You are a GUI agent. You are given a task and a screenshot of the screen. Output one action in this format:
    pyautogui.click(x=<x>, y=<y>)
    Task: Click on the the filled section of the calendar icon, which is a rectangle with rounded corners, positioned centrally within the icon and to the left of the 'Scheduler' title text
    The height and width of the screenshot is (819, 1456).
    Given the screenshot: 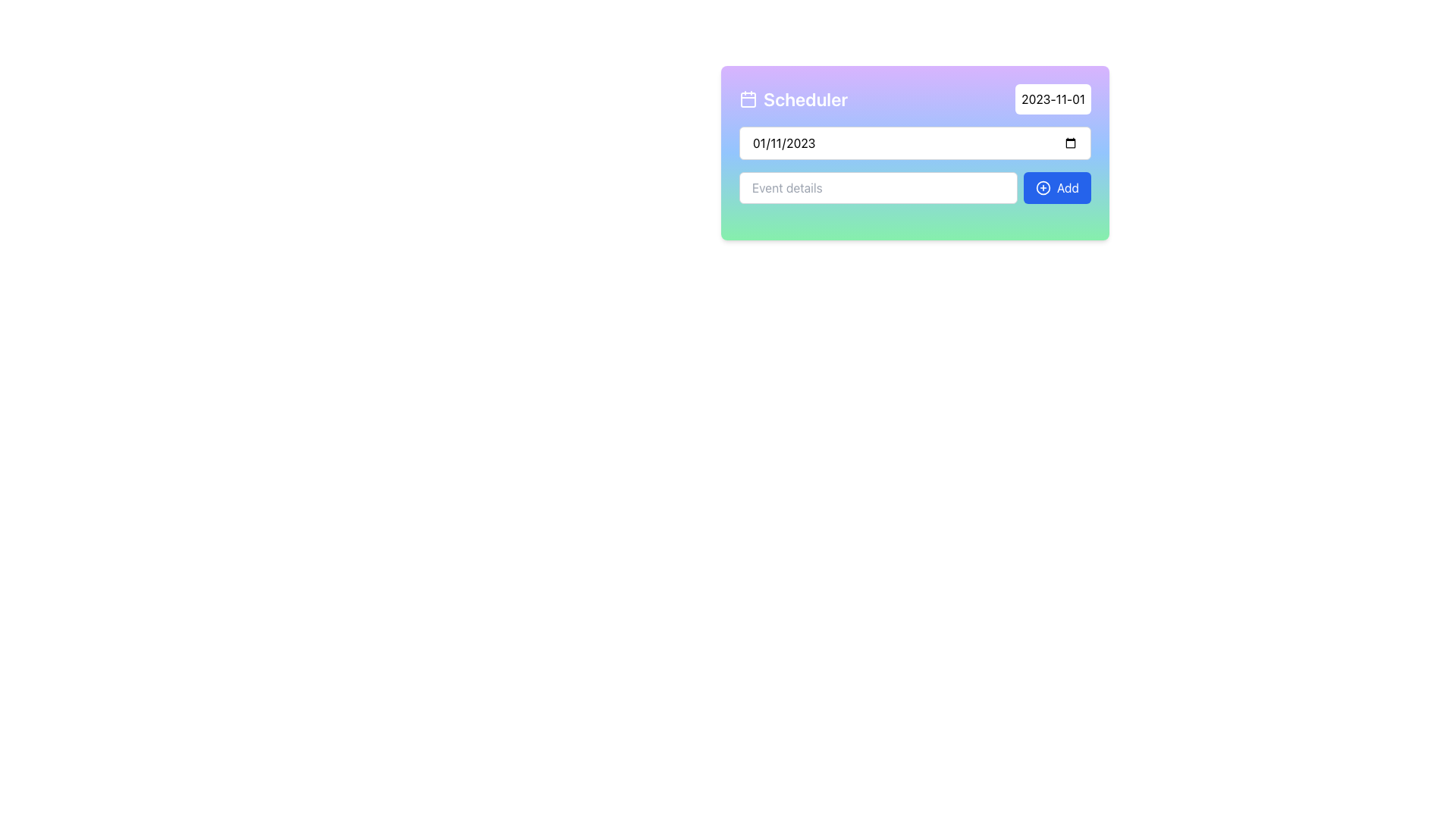 What is the action you would take?
    pyautogui.click(x=748, y=99)
    